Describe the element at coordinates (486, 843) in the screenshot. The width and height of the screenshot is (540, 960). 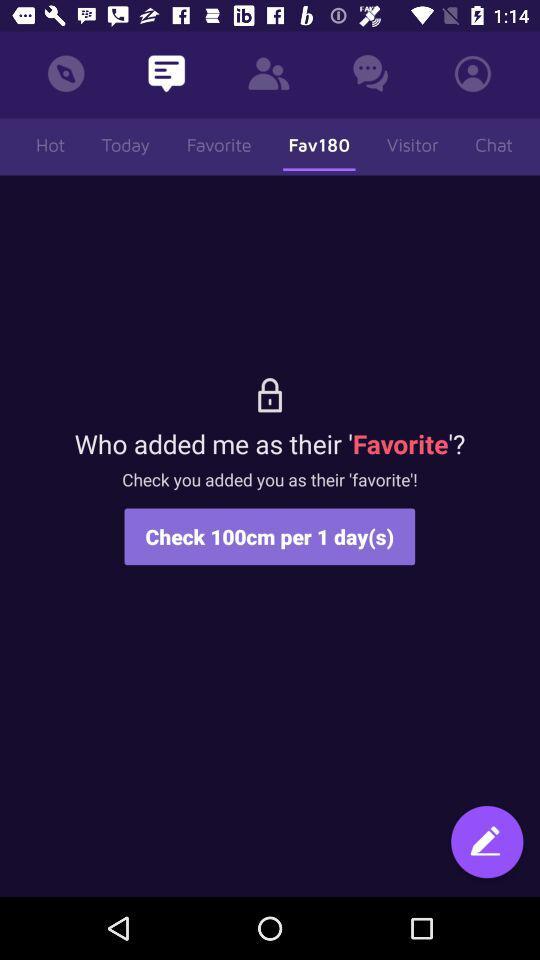
I see `icon below the check you added item` at that location.